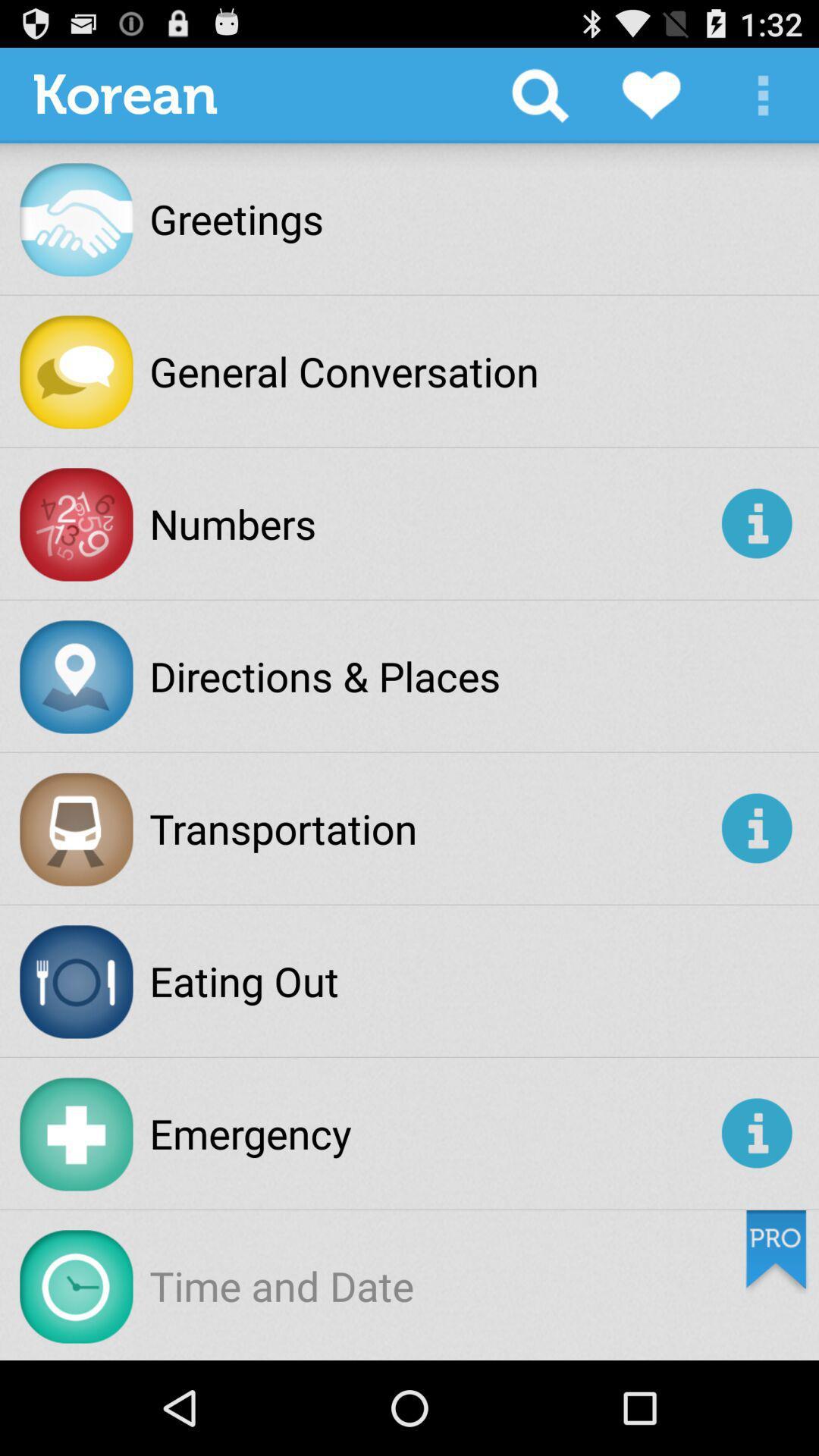 The image size is (819, 1456). What do you see at coordinates (243, 981) in the screenshot?
I see `the eating out item` at bounding box center [243, 981].